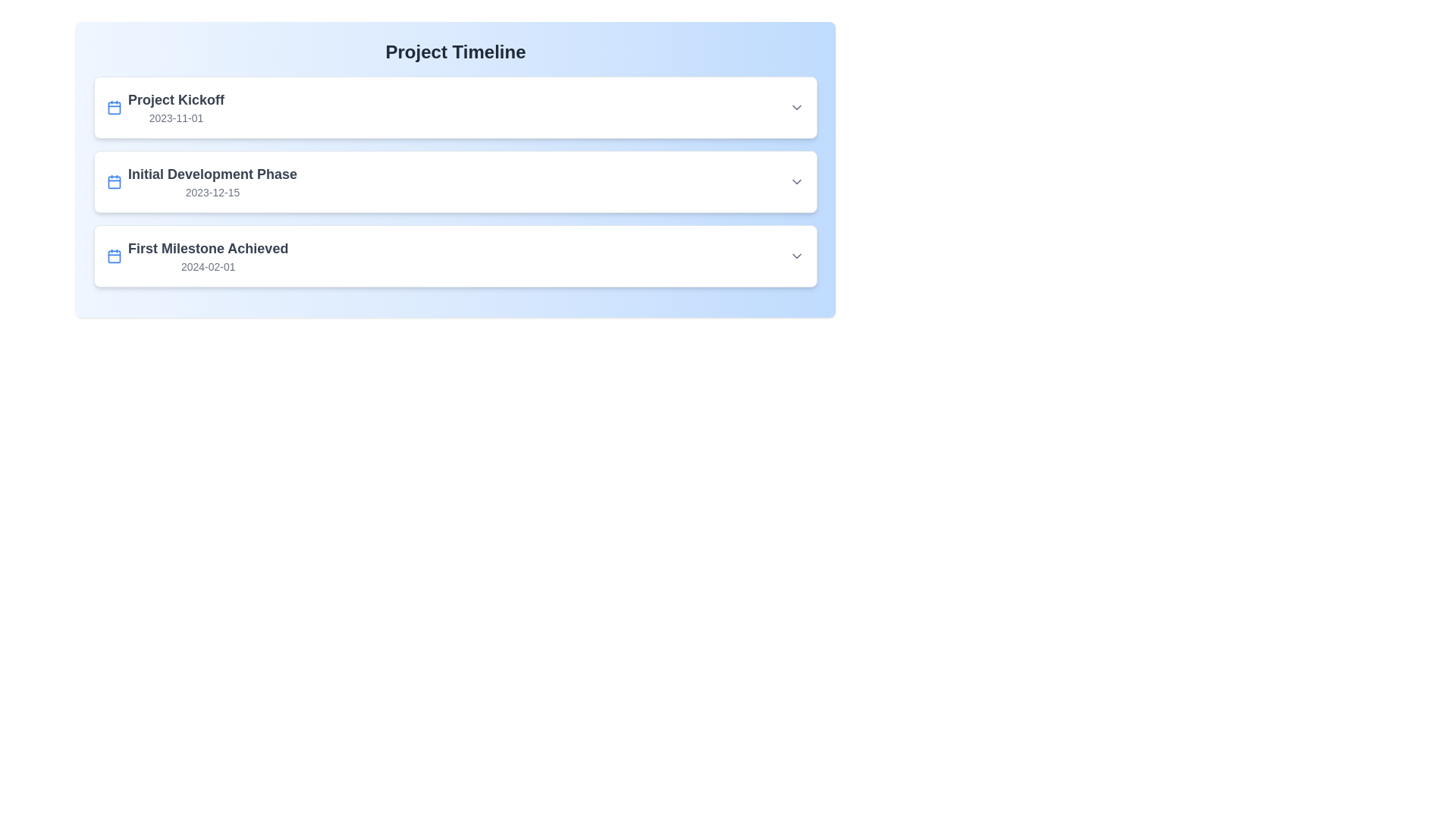 The image size is (1456, 819). What do you see at coordinates (796, 256) in the screenshot?
I see `the toggle button located on the right side of the 'First Milestone Achieved' milestone entry` at bounding box center [796, 256].